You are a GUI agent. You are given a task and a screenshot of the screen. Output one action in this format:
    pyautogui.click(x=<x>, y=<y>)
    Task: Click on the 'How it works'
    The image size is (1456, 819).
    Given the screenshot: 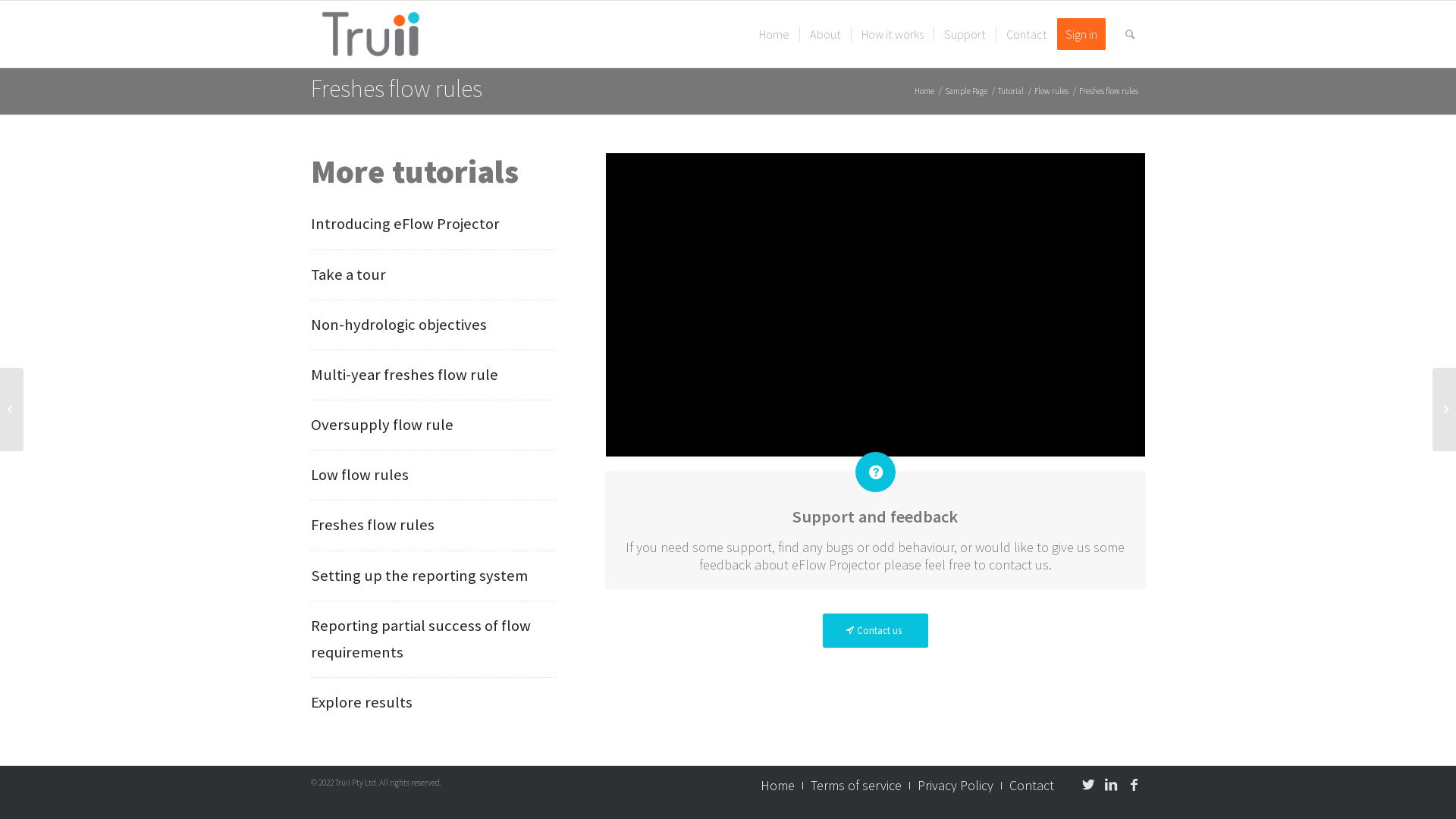 What is the action you would take?
    pyautogui.click(x=892, y=34)
    